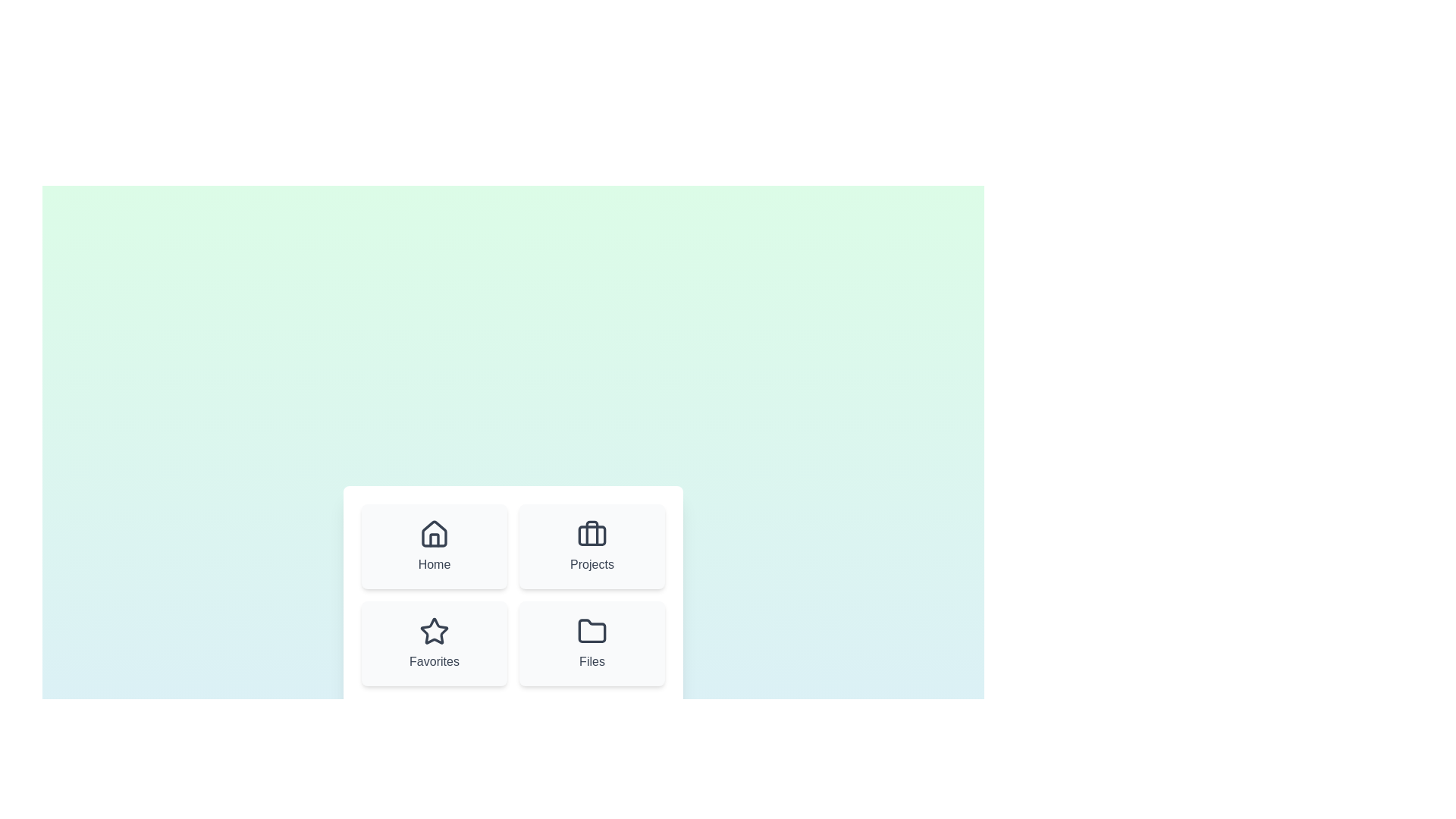  I want to click on the menu item labeled Favorites to activate it, so click(433, 643).